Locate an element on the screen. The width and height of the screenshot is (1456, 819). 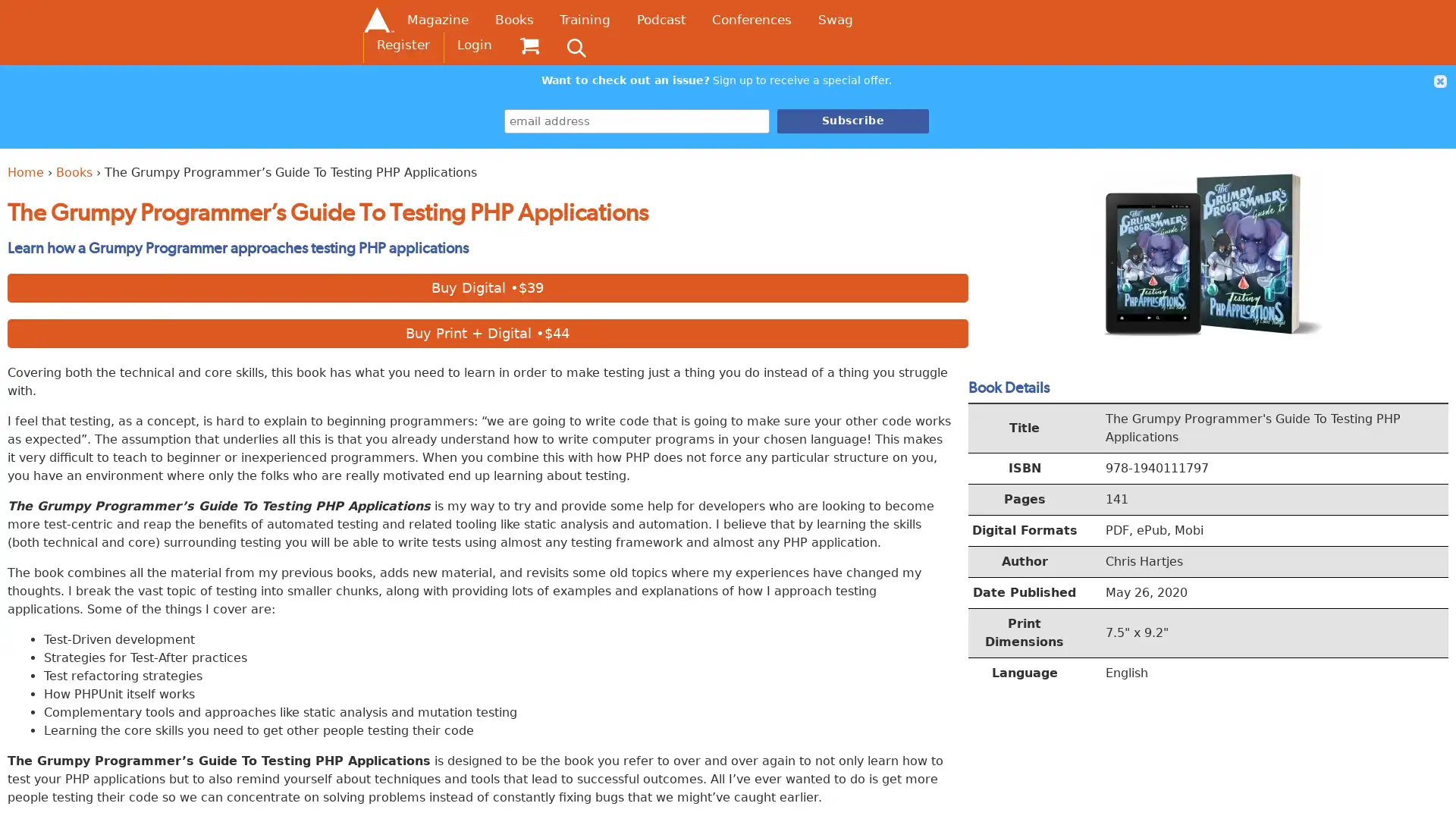
Close is located at coordinates (1439, 81).